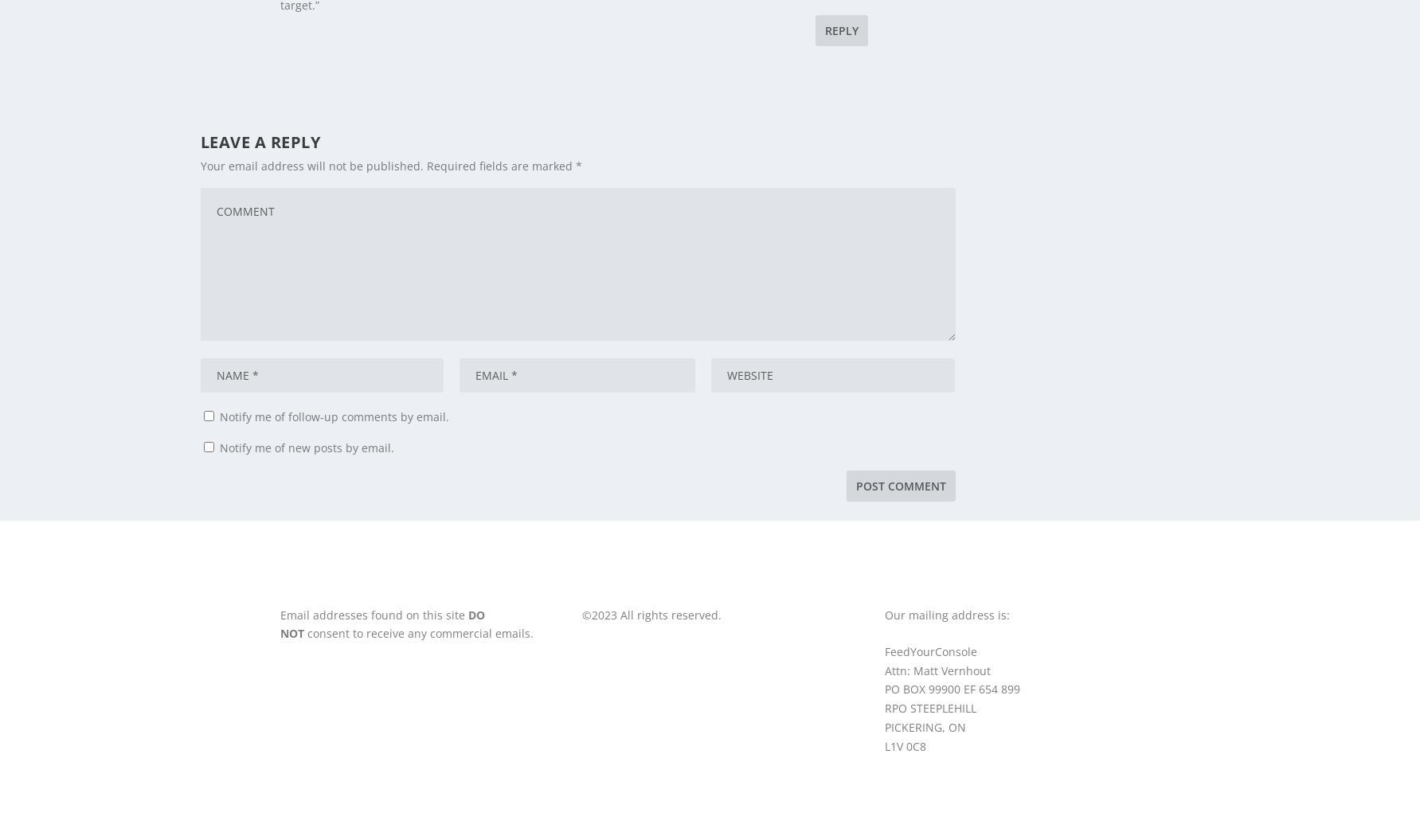 The height and width of the screenshot is (840, 1420). I want to click on '*', so click(577, 164).